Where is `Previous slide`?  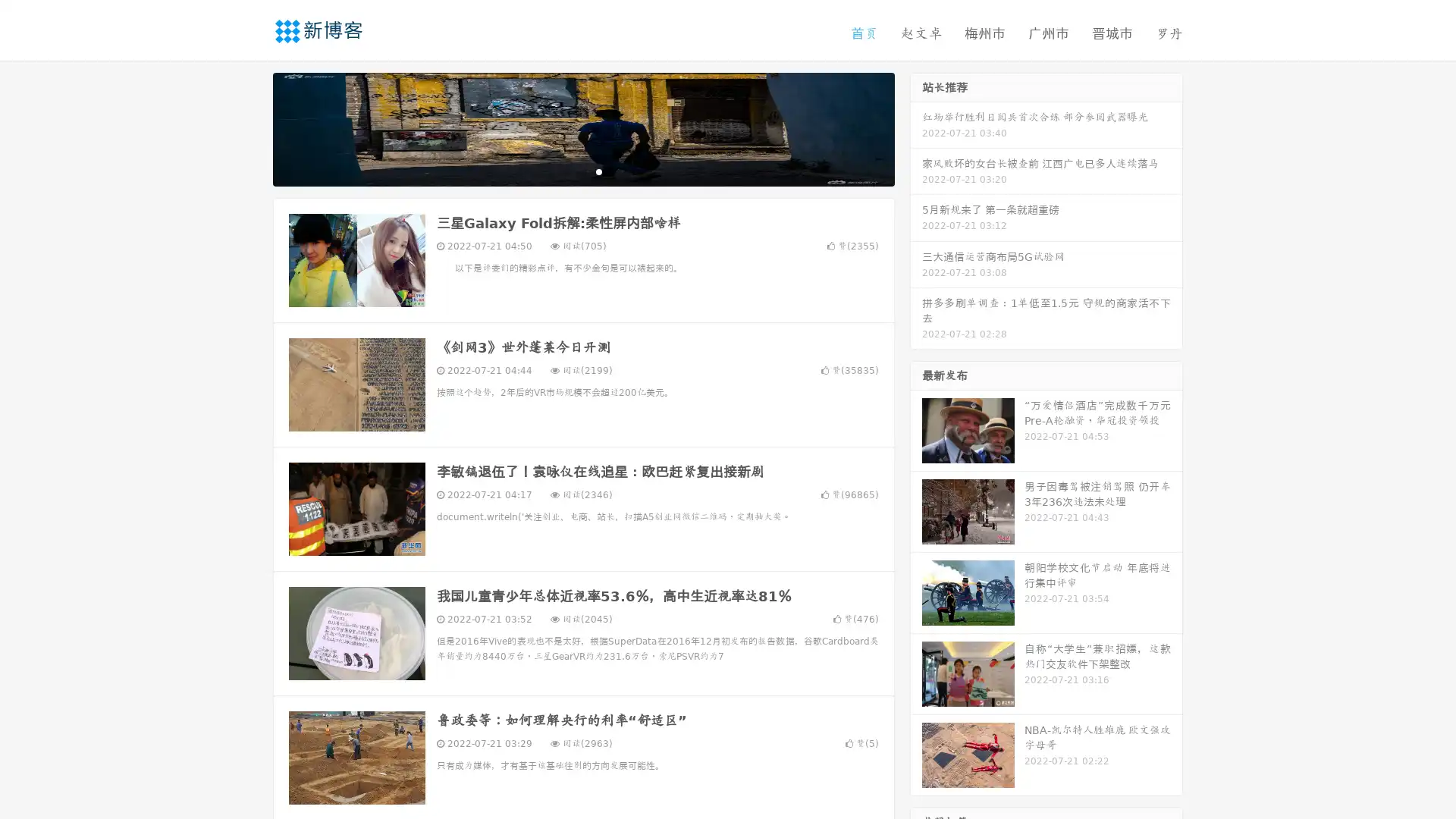
Previous slide is located at coordinates (250, 127).